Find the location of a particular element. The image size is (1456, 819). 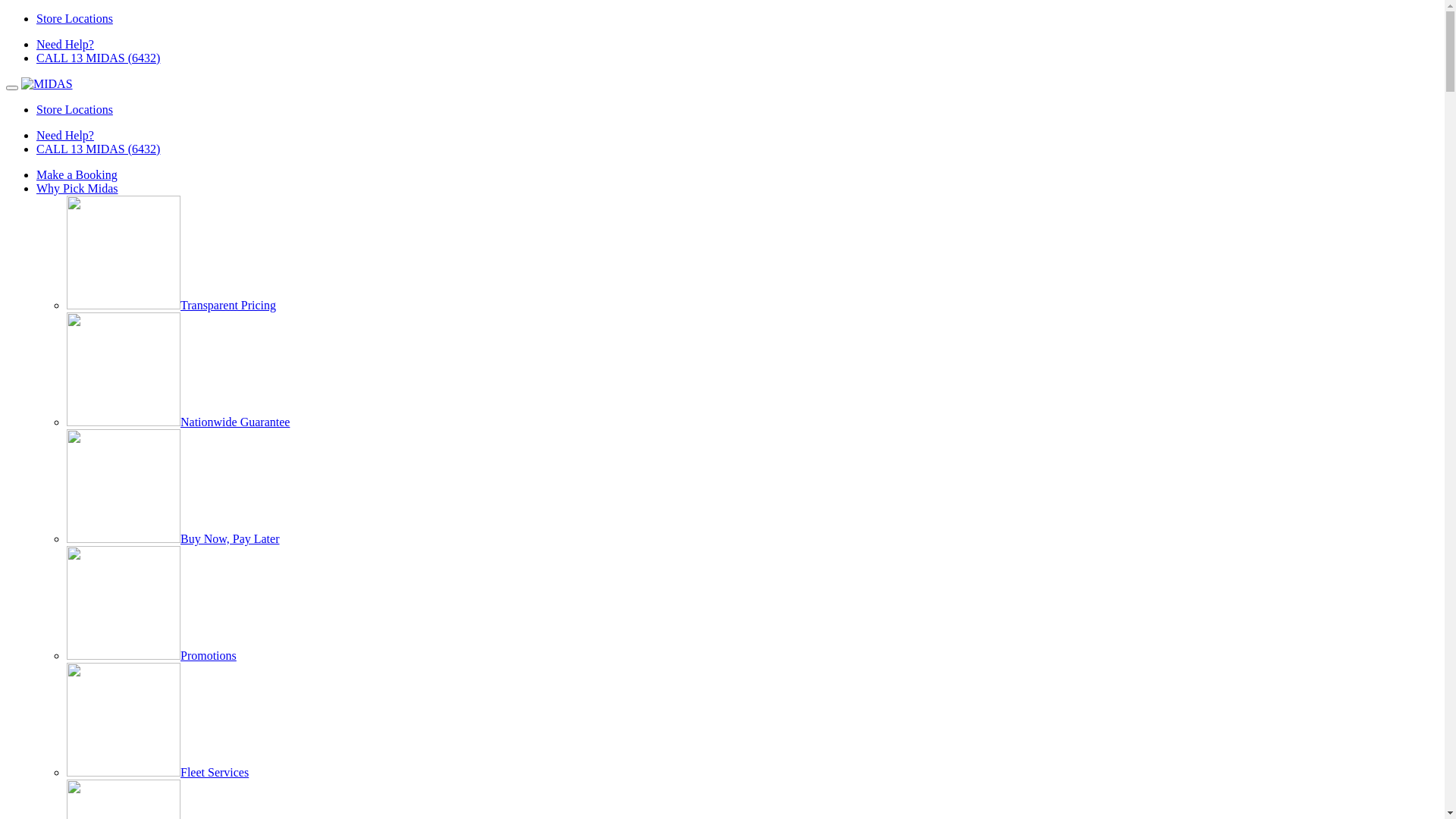

'Need Help?' is located at coordinates (64, 43).